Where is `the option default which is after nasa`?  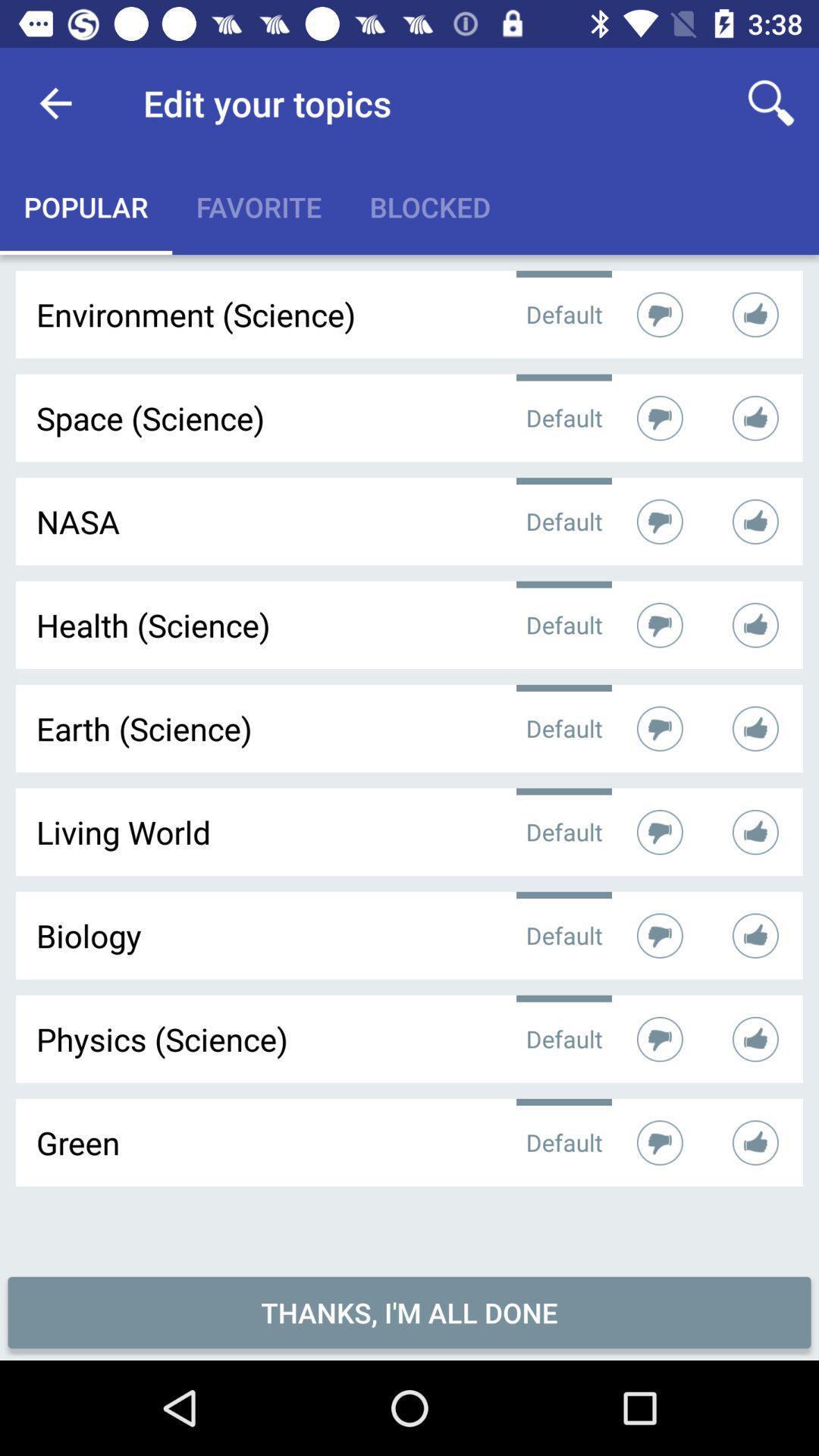 the option default which is after nasa is located at coordinates (564, 521).